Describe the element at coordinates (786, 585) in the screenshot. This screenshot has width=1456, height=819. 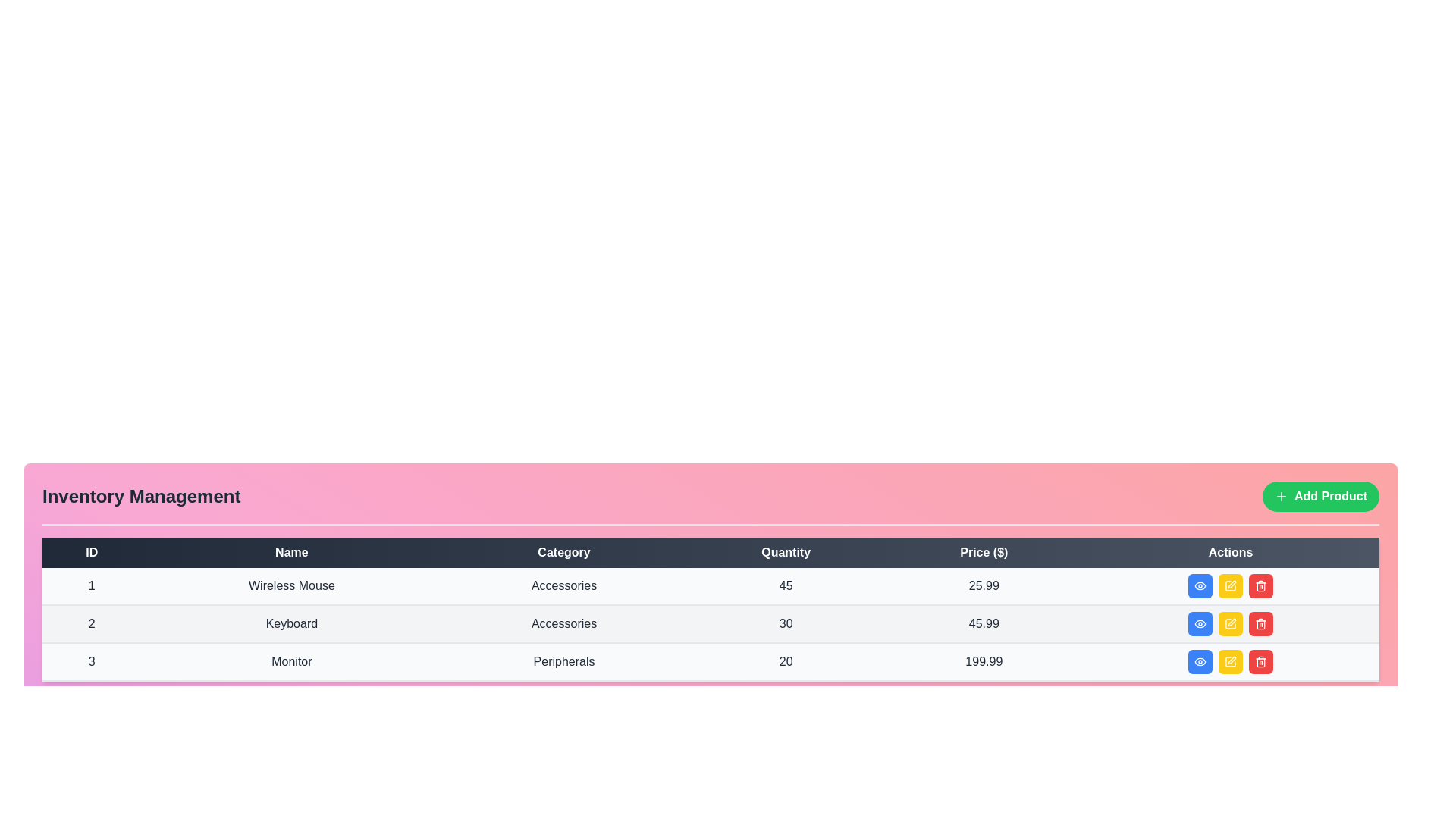
I see `the static text element displaying the quantity of 'Wireless Mouse' in the inventory, located in the third column of the first row under the 'Quantity' heading` at that location.